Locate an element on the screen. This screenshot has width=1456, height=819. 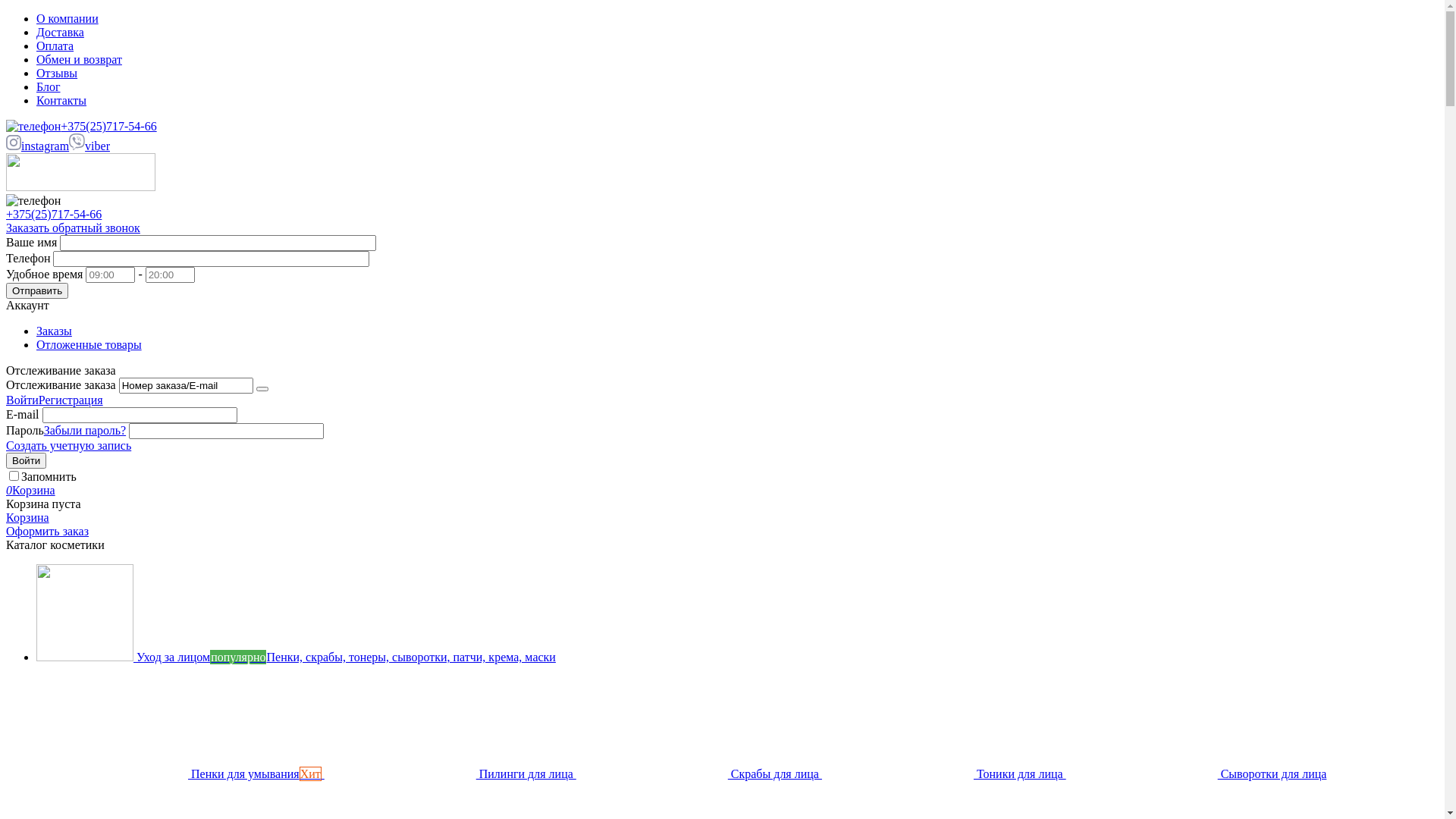
'aloespace.by' is located at coordinates (80, 186).